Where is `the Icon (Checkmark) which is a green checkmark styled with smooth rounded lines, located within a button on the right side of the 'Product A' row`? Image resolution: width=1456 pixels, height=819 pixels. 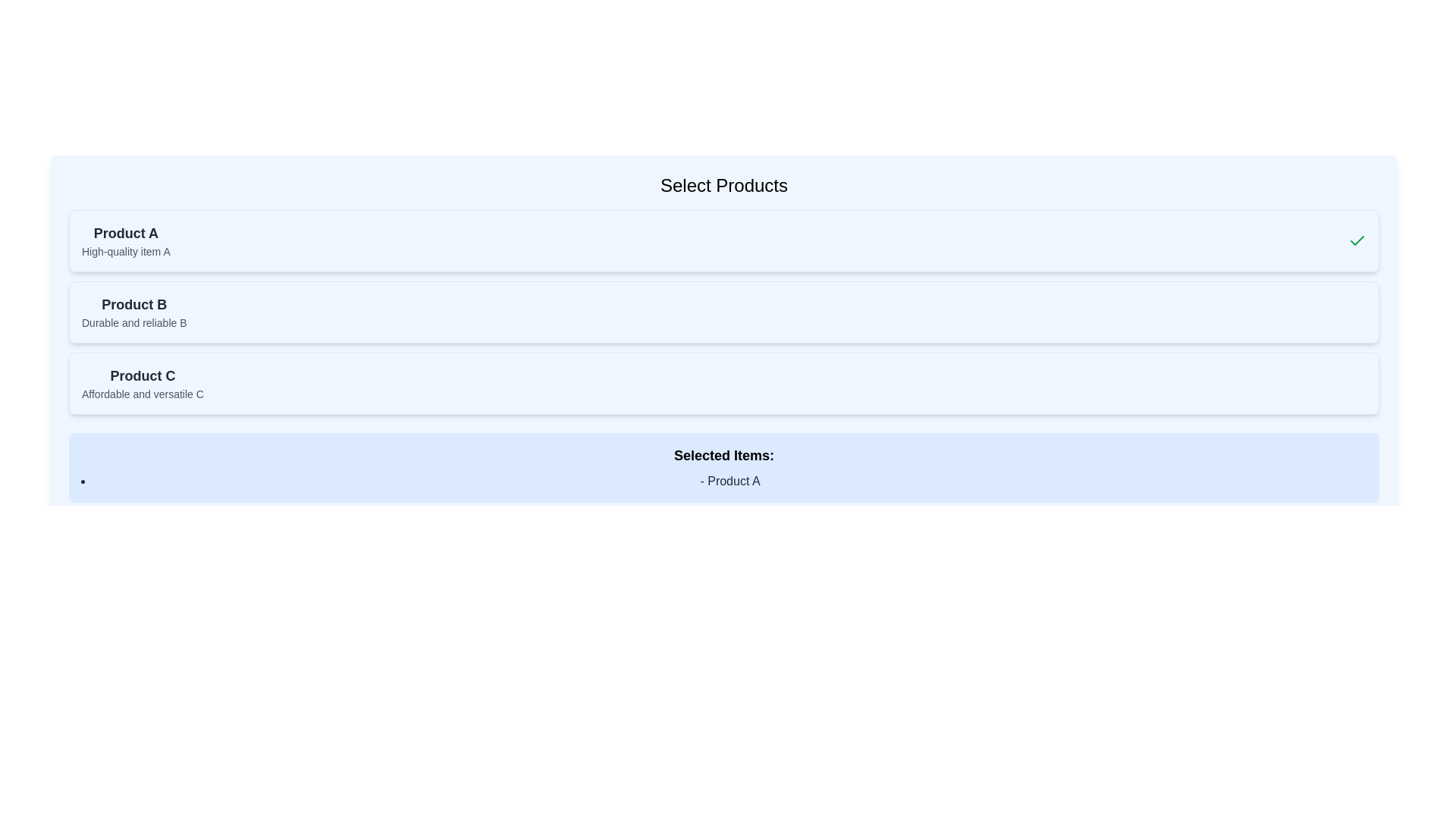
the Icon (Checkmark) which is a green checkmark styled with smooth rounded lines, located within a button on the right side of the 'Product A' row is located at coordinates (1357, 240).